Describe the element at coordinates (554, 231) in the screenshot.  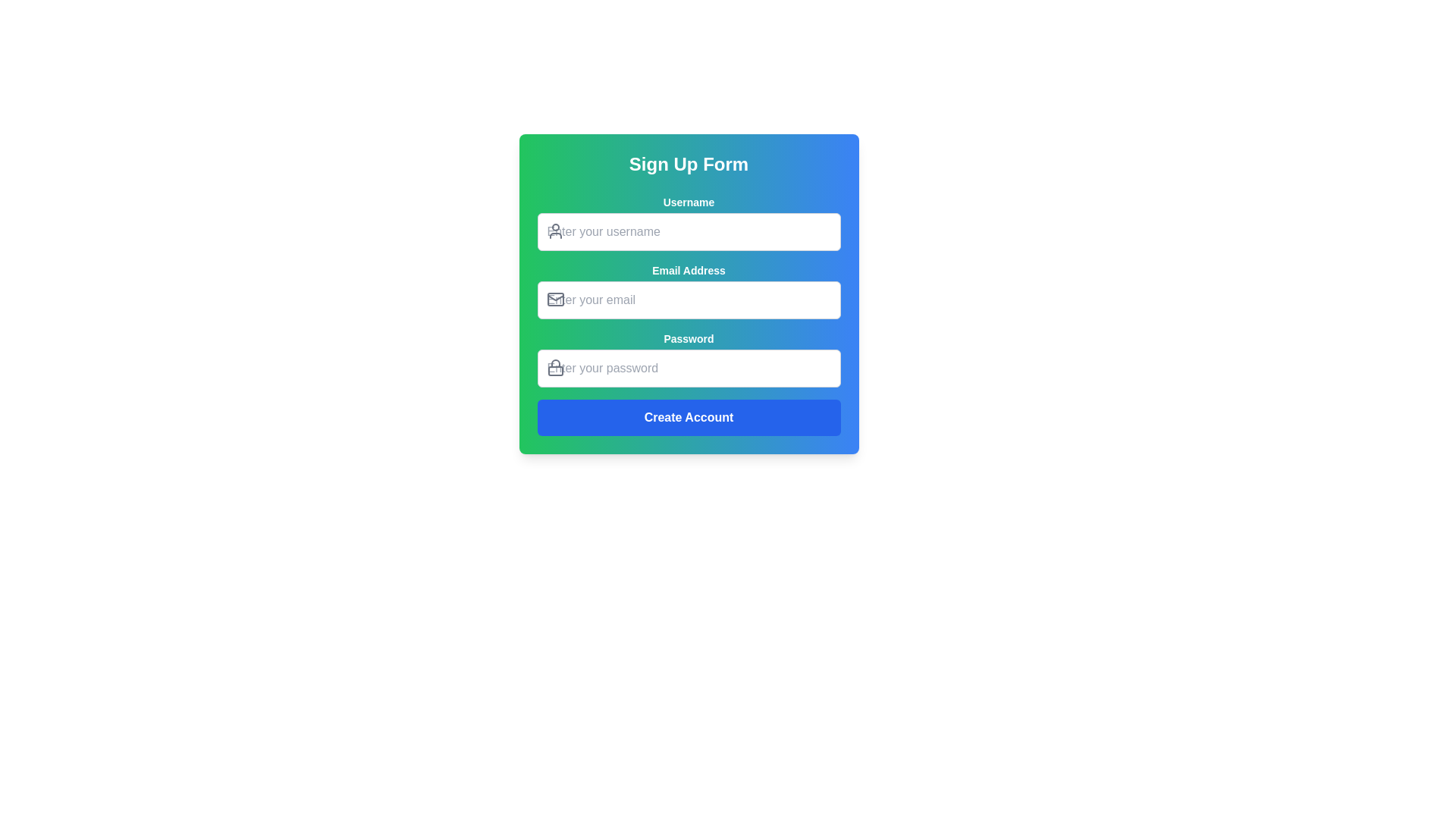
I see `the decorative icon positioned to the left of the 'Username' input field, which serves as a visual cue for the text field` at that location.